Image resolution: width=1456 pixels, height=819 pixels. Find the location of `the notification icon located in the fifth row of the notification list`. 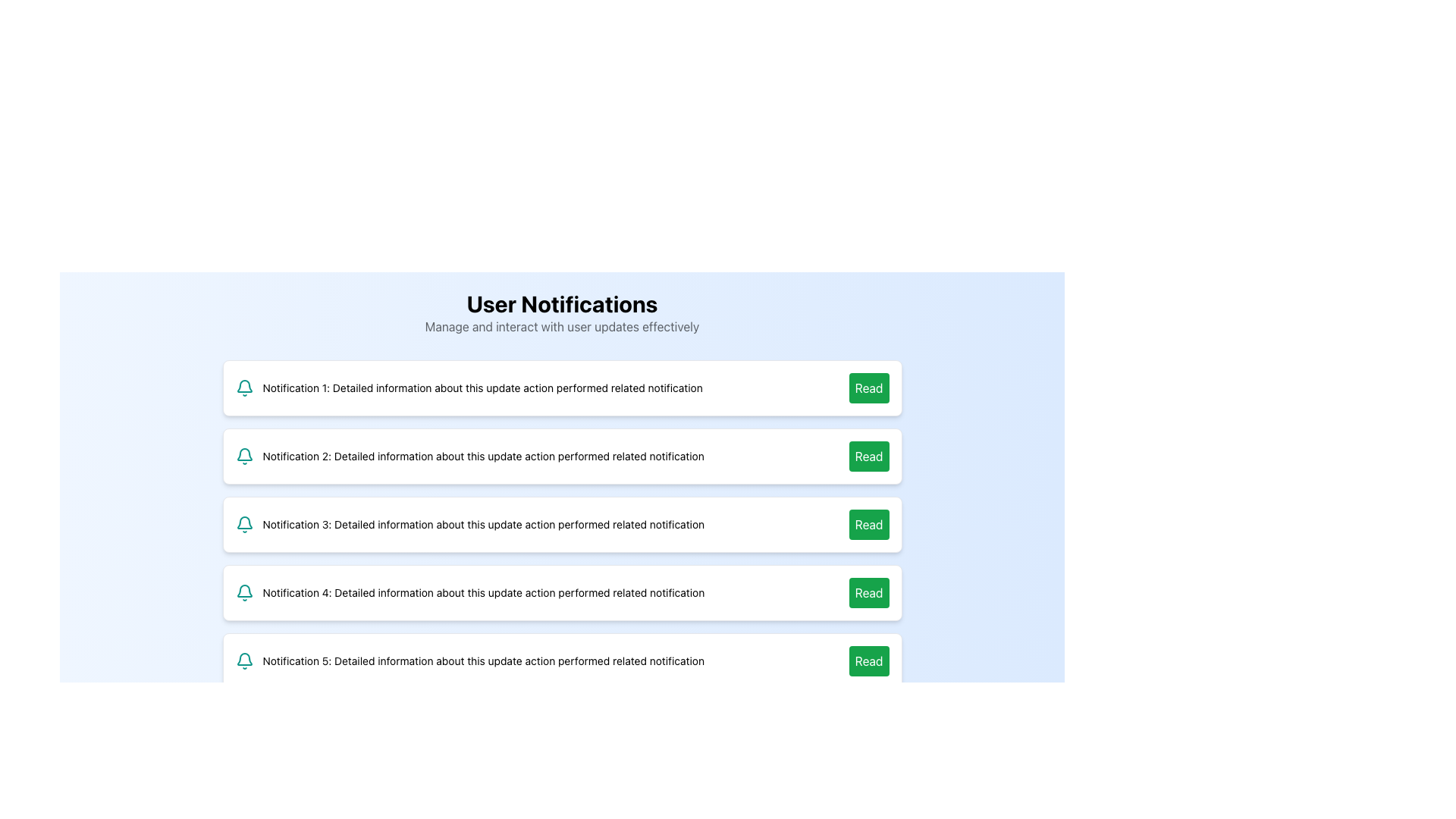

the notification icon located in the fifth row of the notification list is located at coordinates (244, 660).